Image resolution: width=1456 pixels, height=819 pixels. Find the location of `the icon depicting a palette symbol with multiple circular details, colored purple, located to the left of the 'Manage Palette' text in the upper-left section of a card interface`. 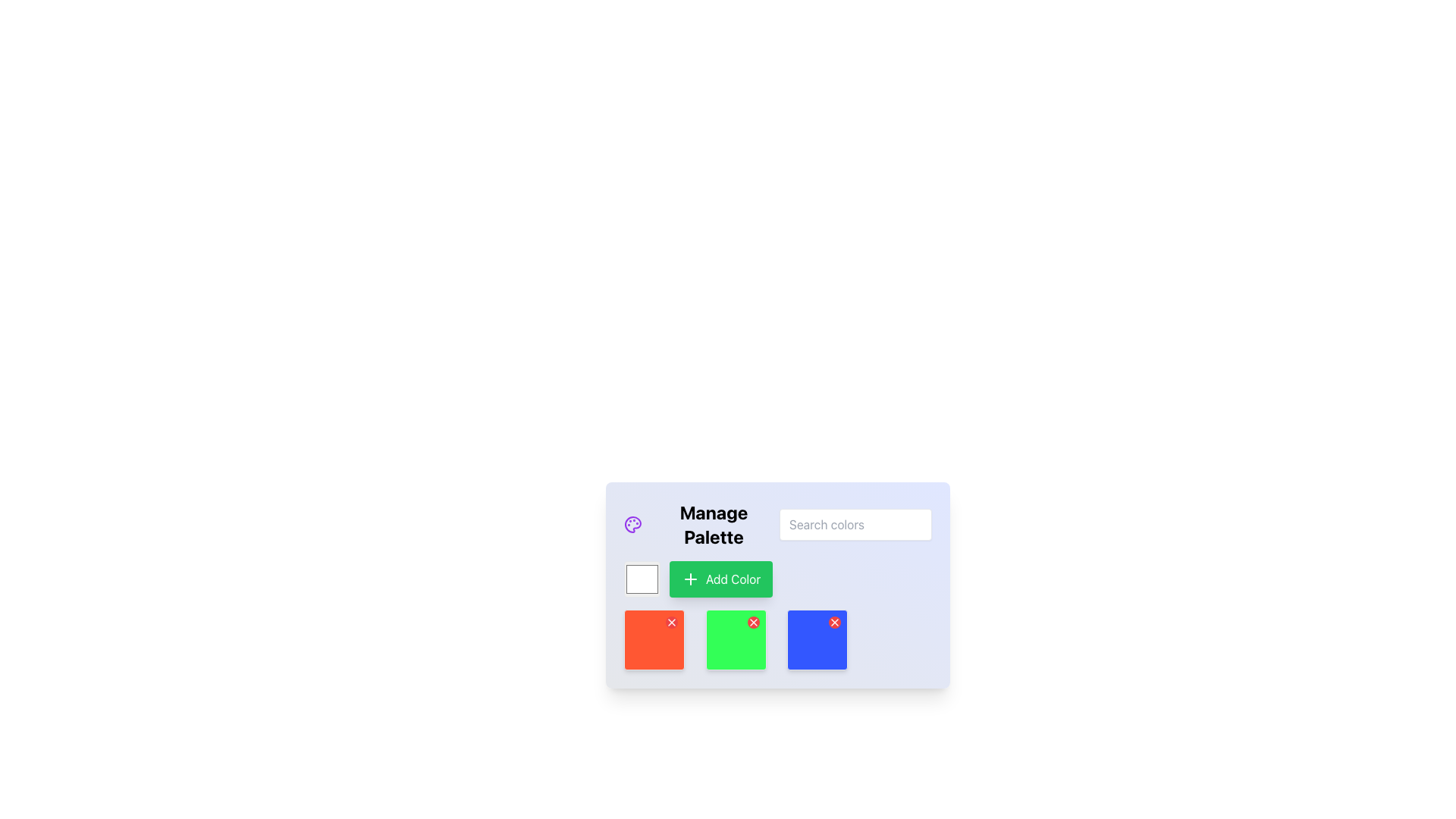

the icon depicting a palette symbol with multiple circular details, colored purple, located to the left of the 'Manage Palette' text in the upper-left section of a card interface is located at coordinates (633, 523).